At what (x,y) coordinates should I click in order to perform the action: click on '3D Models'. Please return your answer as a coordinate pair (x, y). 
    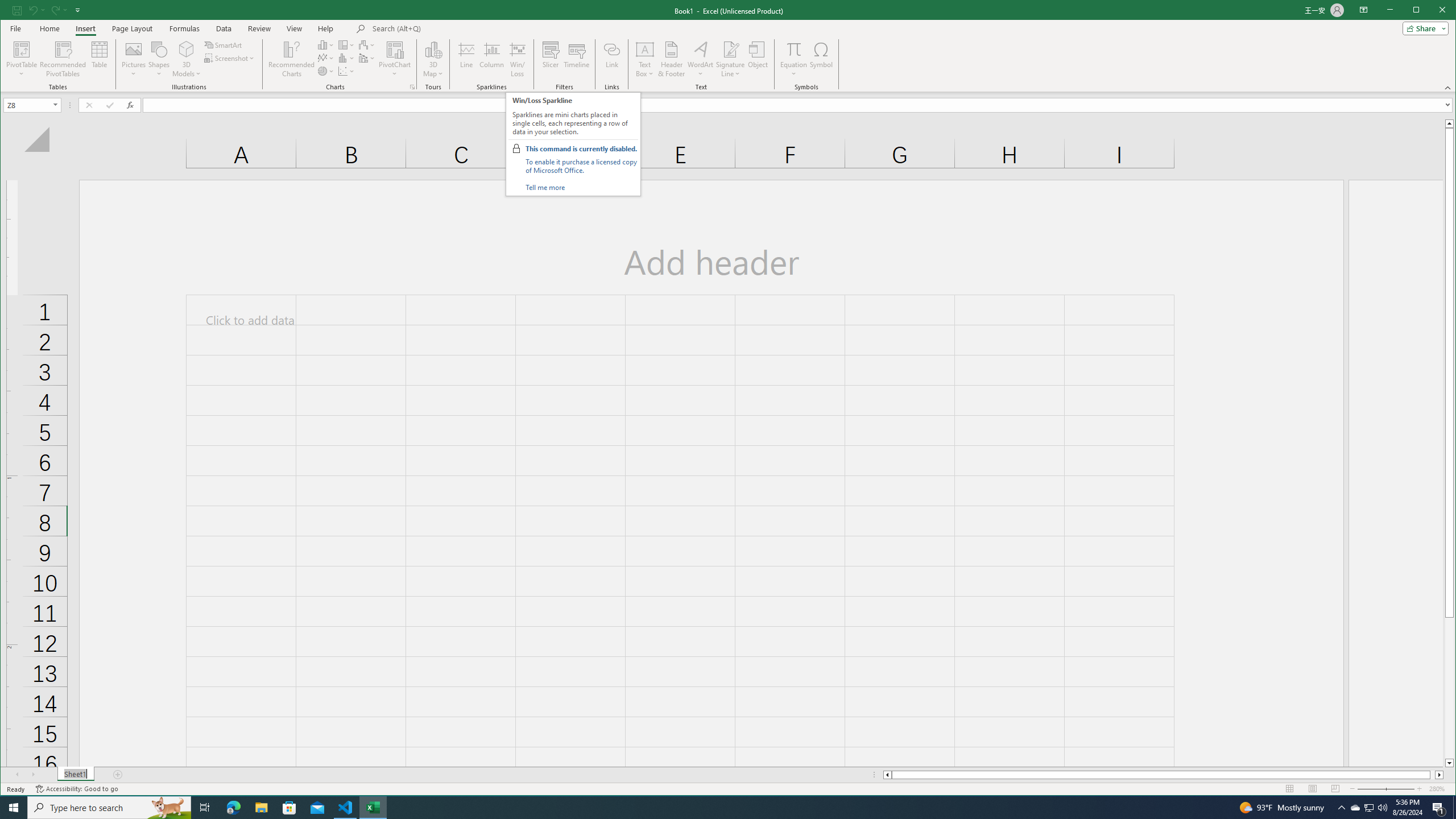
    Looking at the image, I should click on (186, 59).